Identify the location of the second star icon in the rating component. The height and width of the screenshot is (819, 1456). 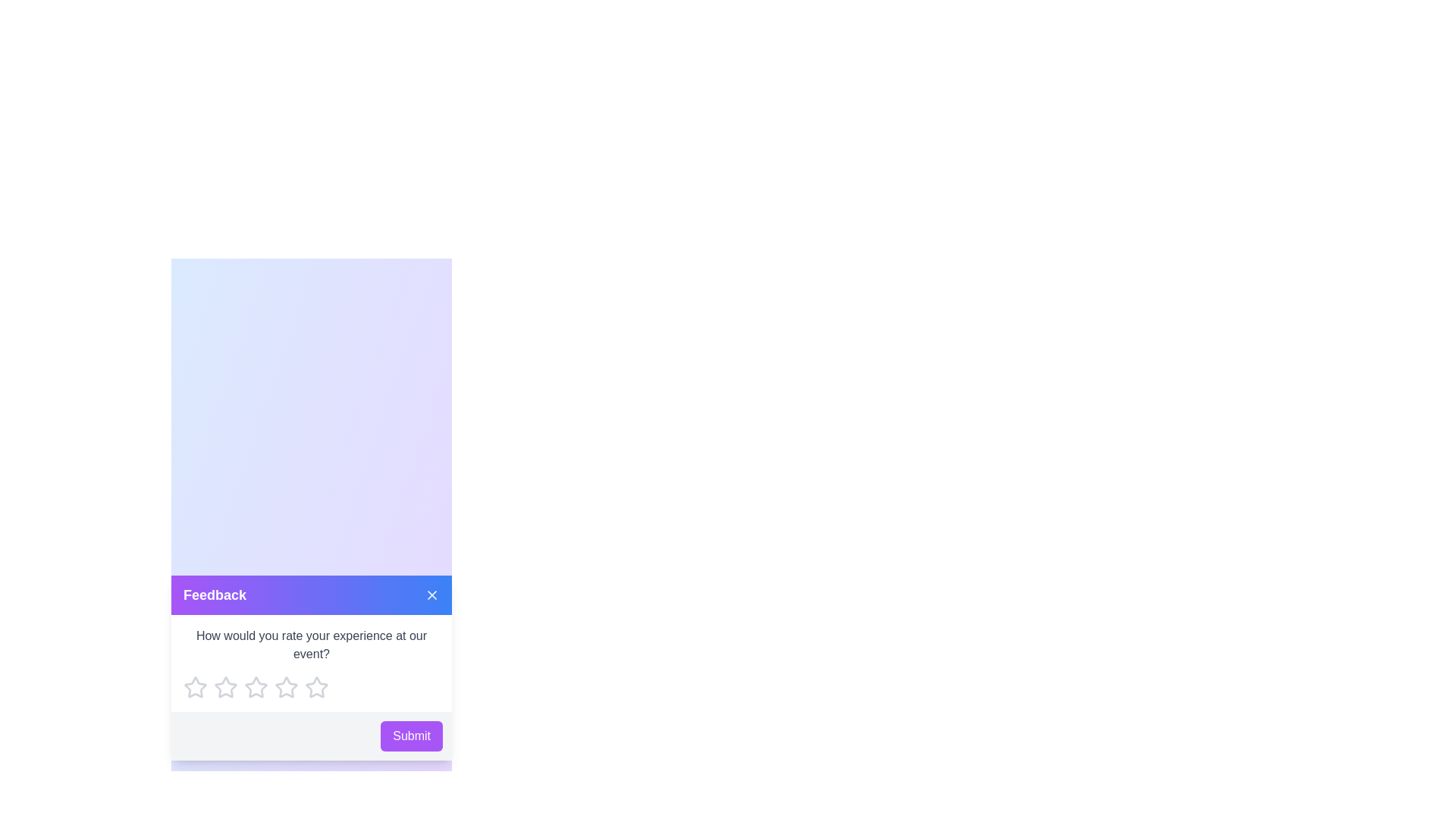
(224, 687).